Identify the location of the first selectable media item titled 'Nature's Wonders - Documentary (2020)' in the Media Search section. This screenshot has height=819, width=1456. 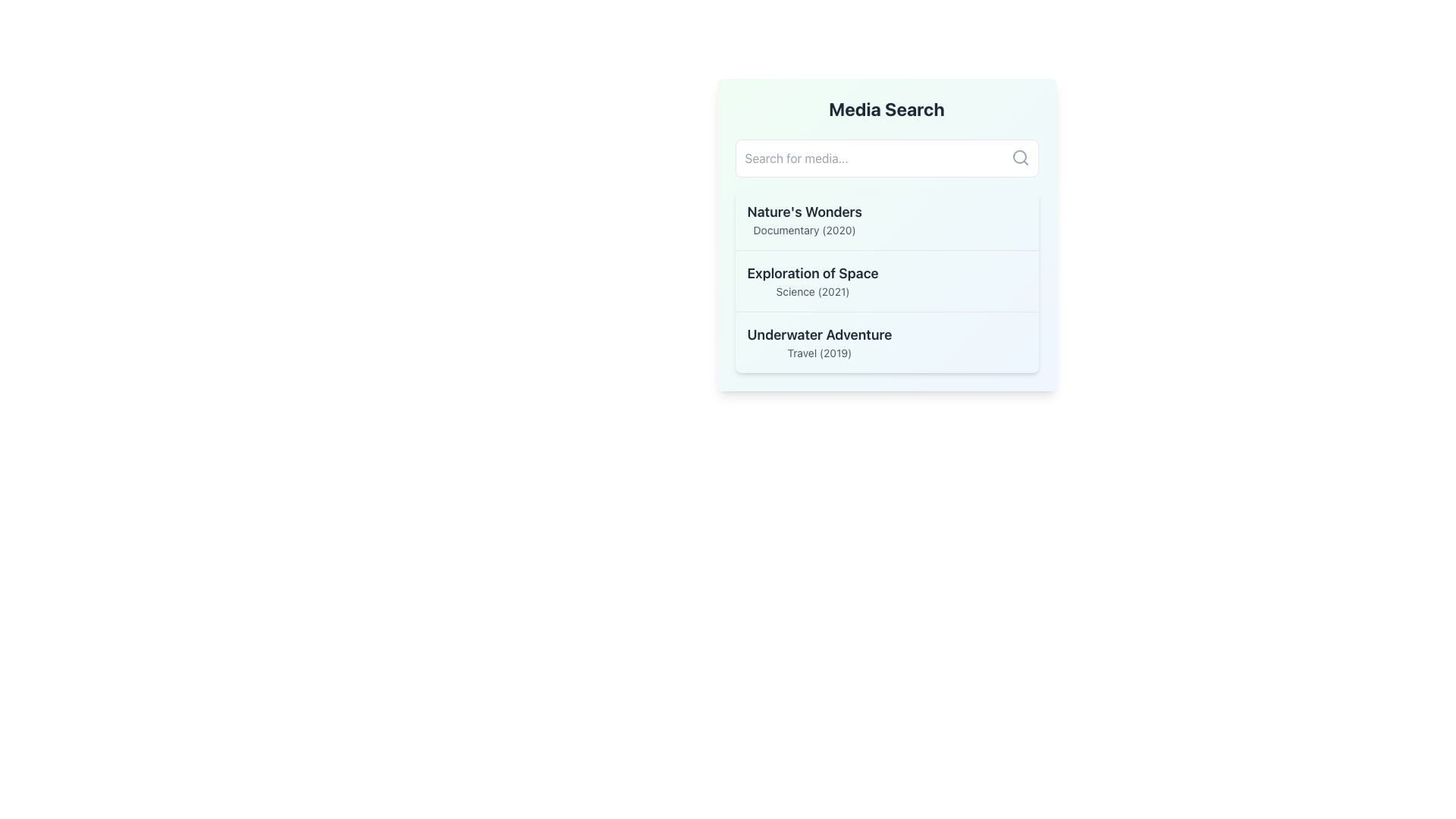
(886, 219).